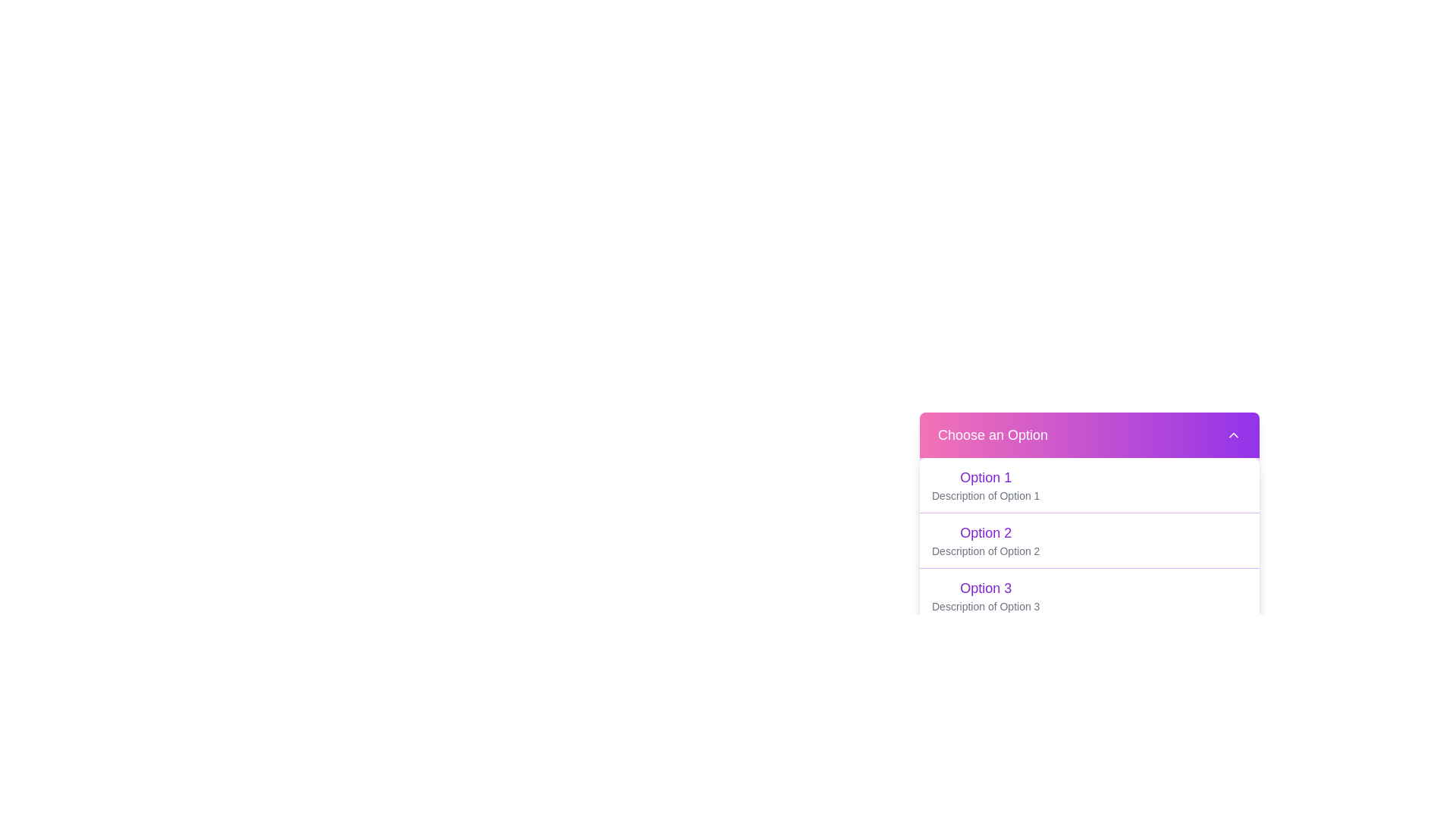 The image size is (1456, 819). Describe the element at coordinates (1088, 540) in the screenshot. I see `the second option in the dropdown selection menu` at that location.